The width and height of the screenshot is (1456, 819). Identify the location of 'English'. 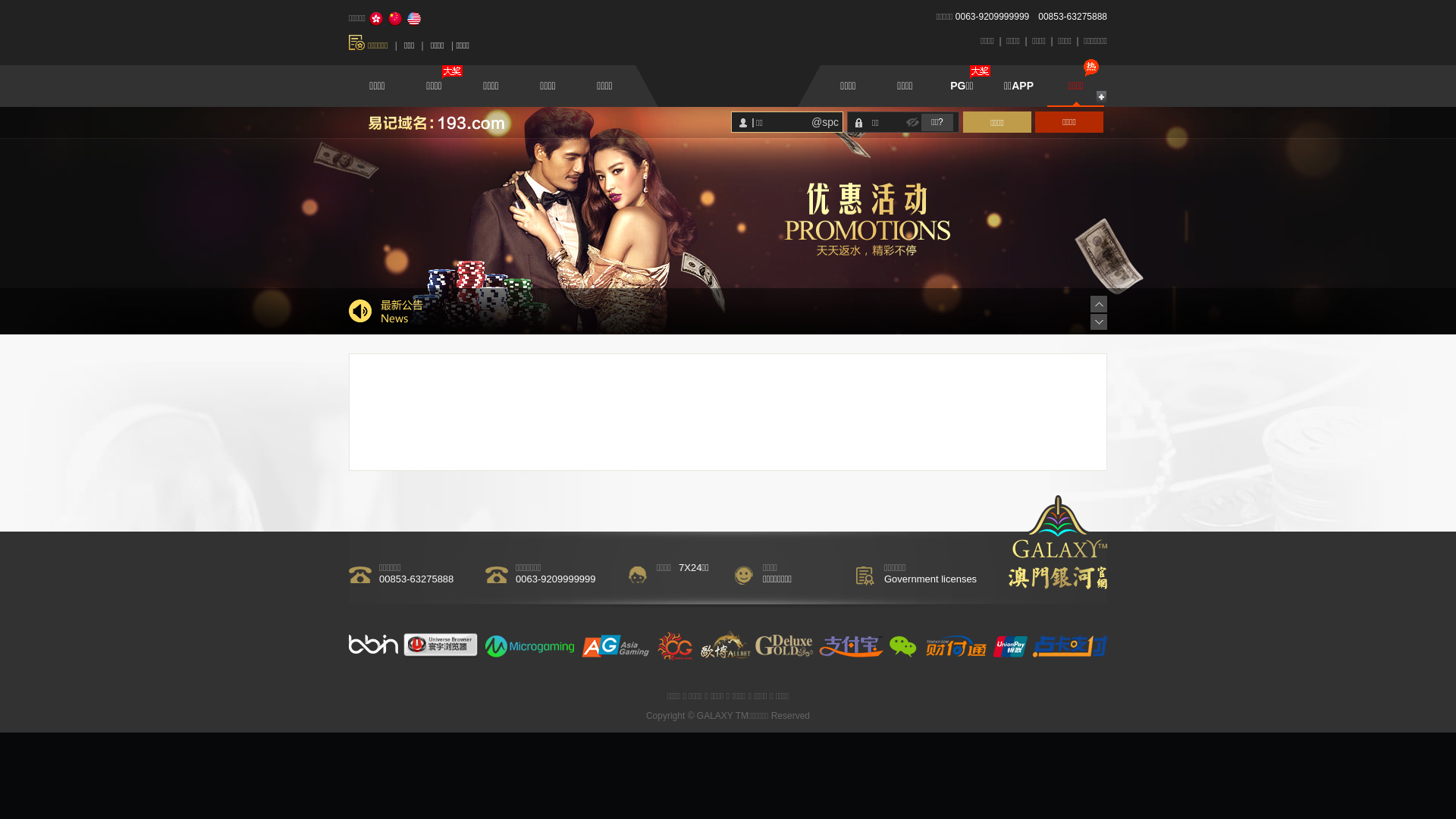
(414, 18).